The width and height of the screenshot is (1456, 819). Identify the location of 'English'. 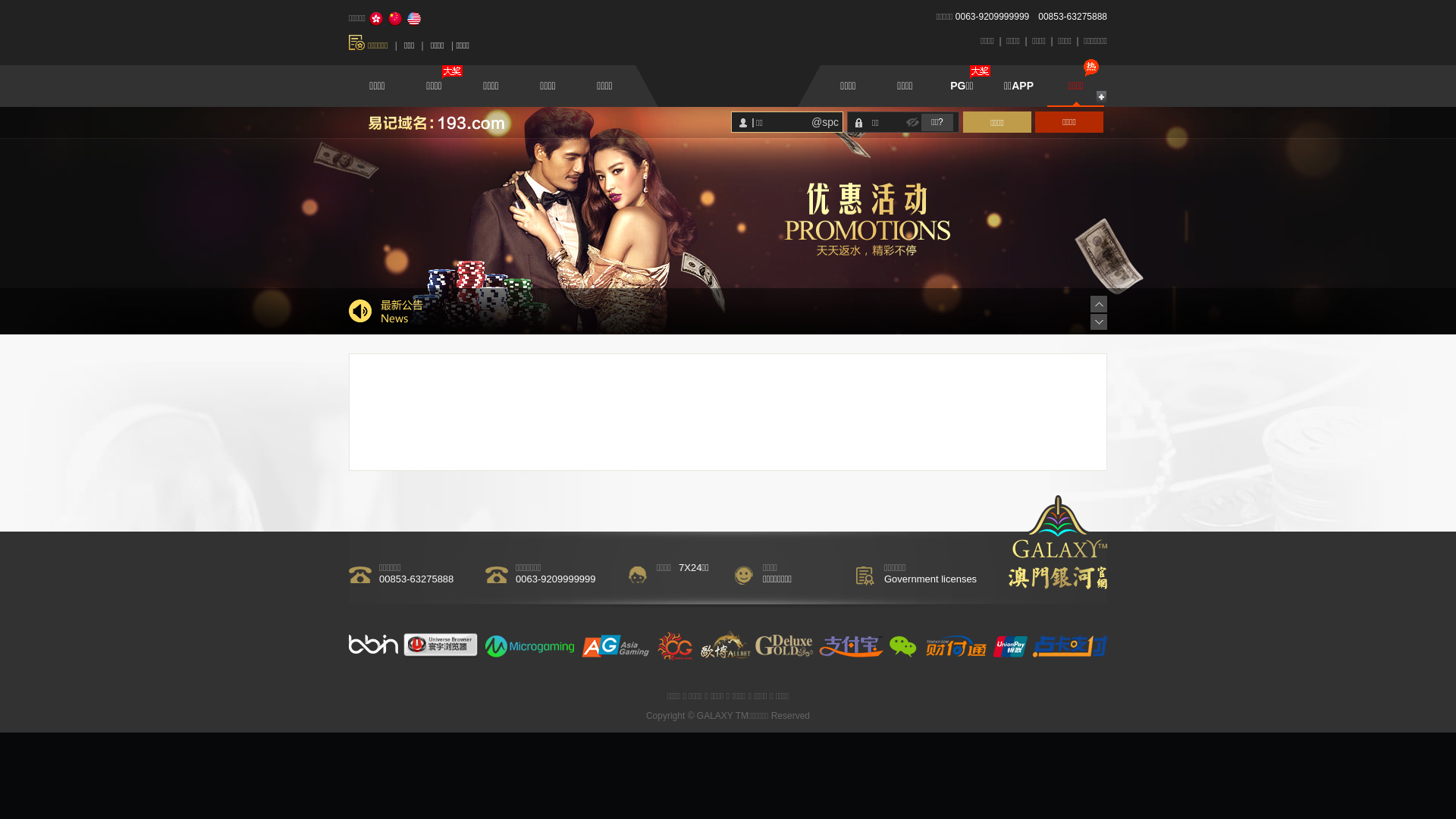
(414, 18).